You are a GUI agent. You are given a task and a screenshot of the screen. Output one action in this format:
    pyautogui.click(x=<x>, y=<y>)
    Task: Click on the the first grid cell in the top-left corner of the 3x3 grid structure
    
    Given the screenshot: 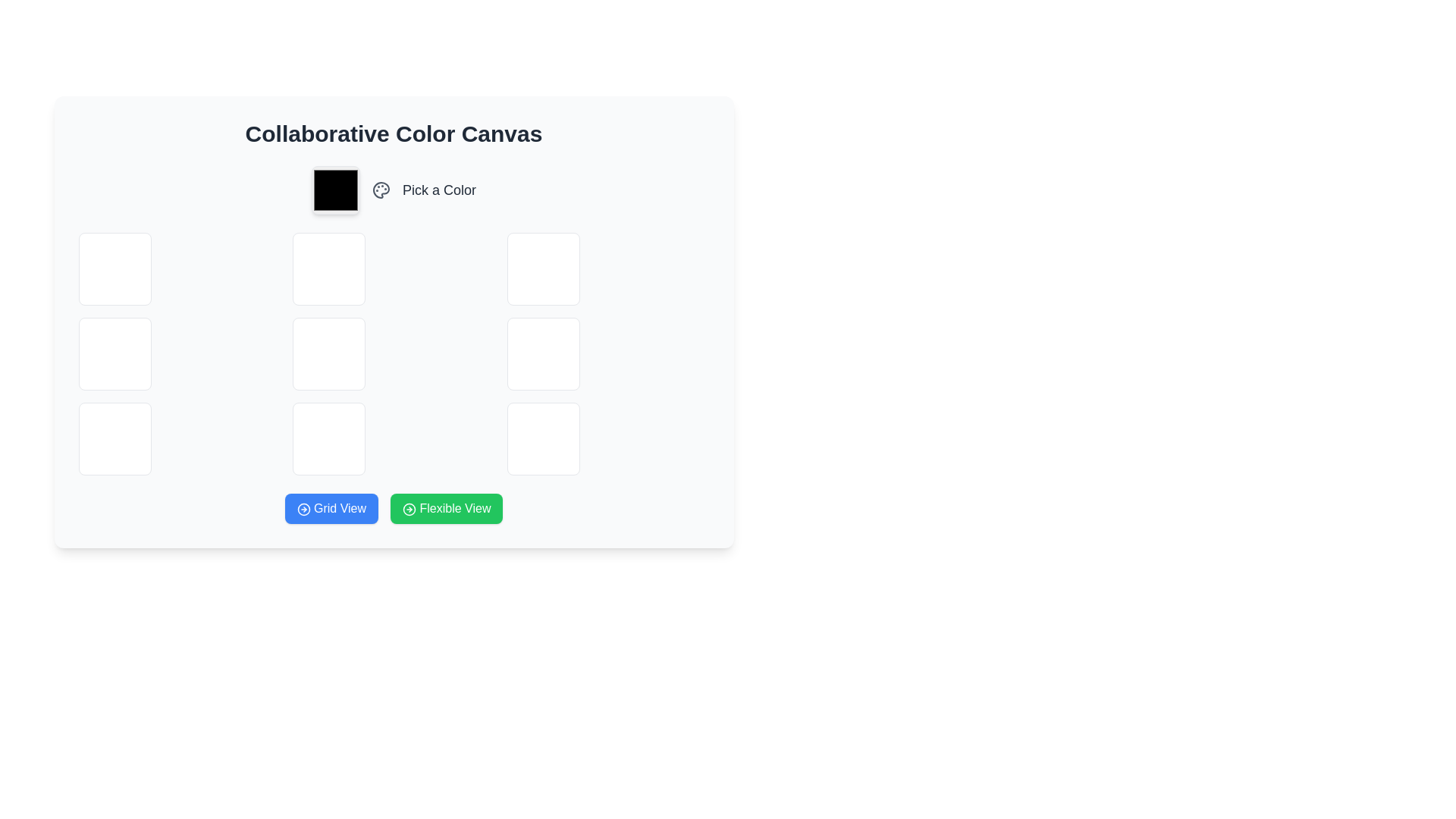 What is the action you would take?
    pyautogui.click(x=114, y=268)
    